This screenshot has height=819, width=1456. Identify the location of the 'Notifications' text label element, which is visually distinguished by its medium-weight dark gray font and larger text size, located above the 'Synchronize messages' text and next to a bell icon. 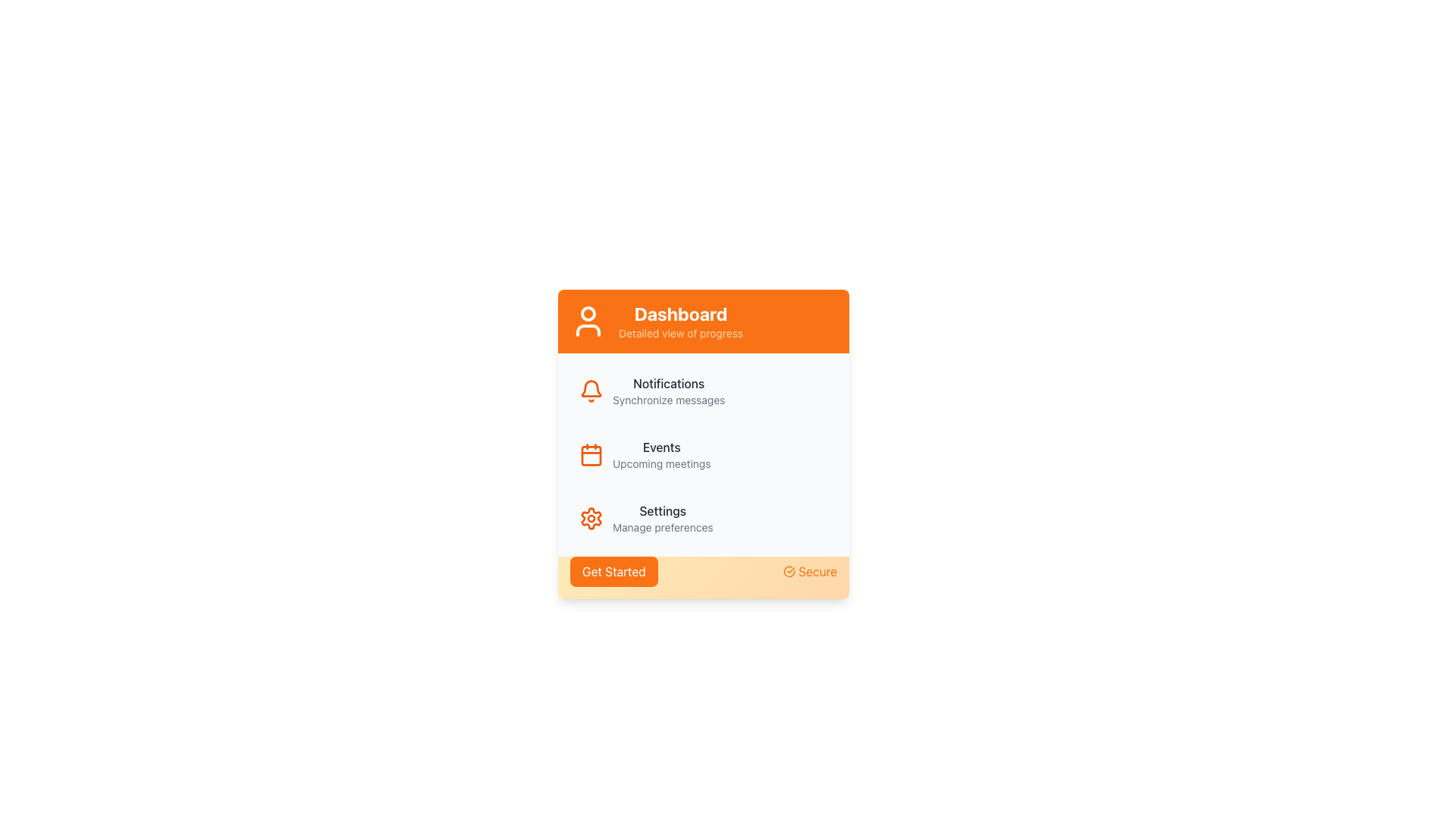
(668, 382).